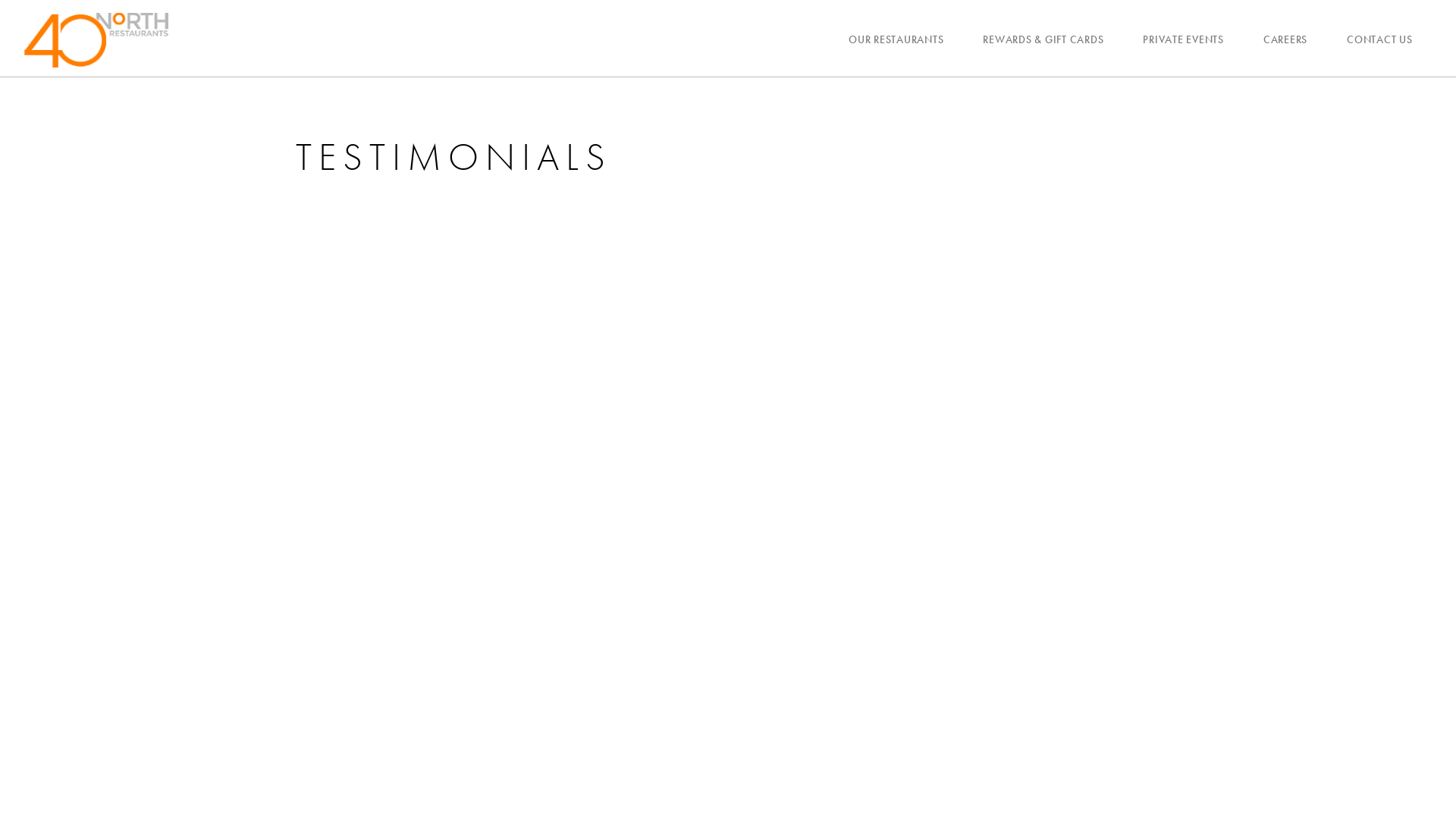 This screenshot has height=819, width=1456. Describe the element at coordinates (1326, 38) in the screenshot. I see `'CONTACT US'` at that location.